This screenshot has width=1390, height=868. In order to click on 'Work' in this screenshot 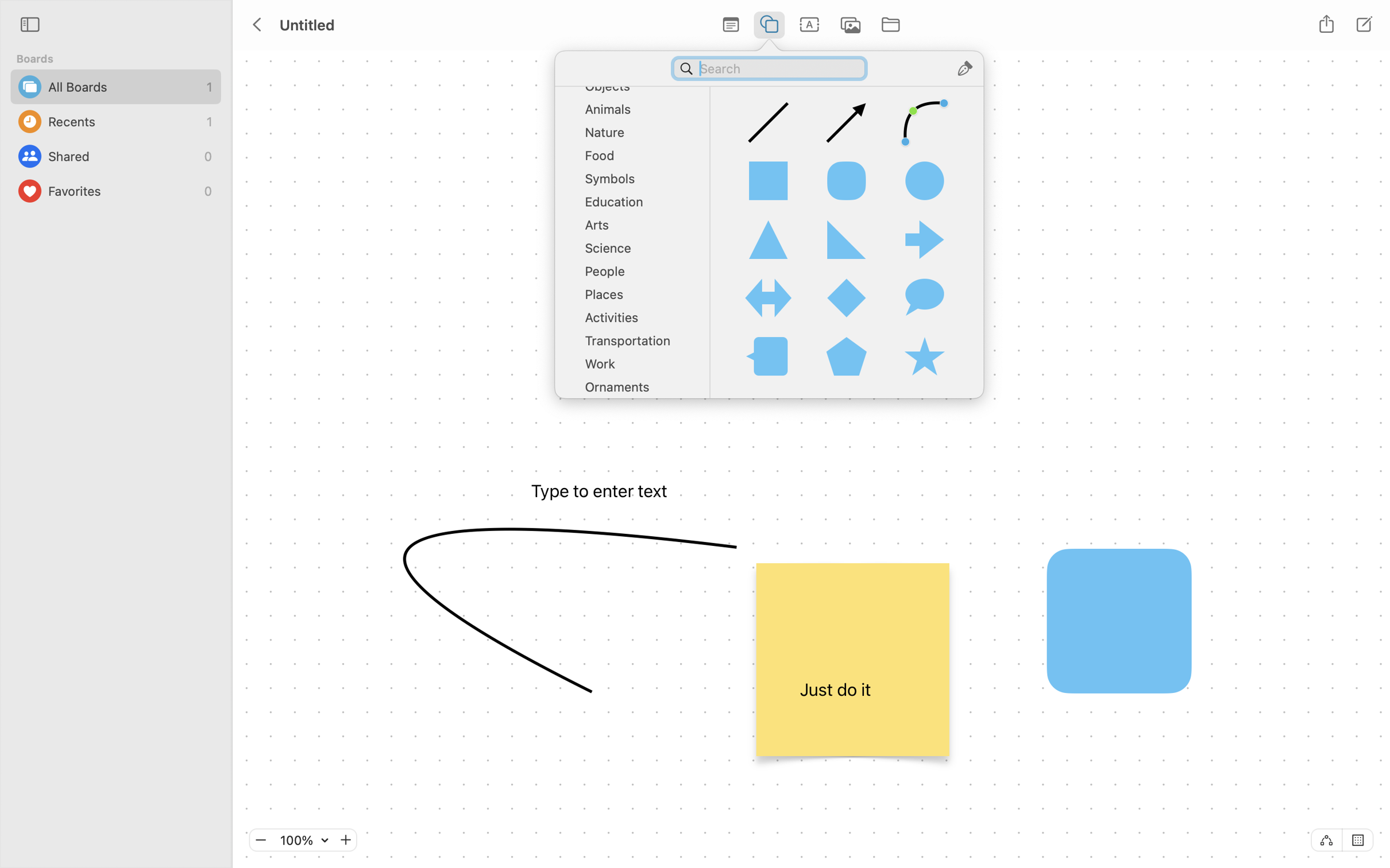, I will do `click(636, 366)`.